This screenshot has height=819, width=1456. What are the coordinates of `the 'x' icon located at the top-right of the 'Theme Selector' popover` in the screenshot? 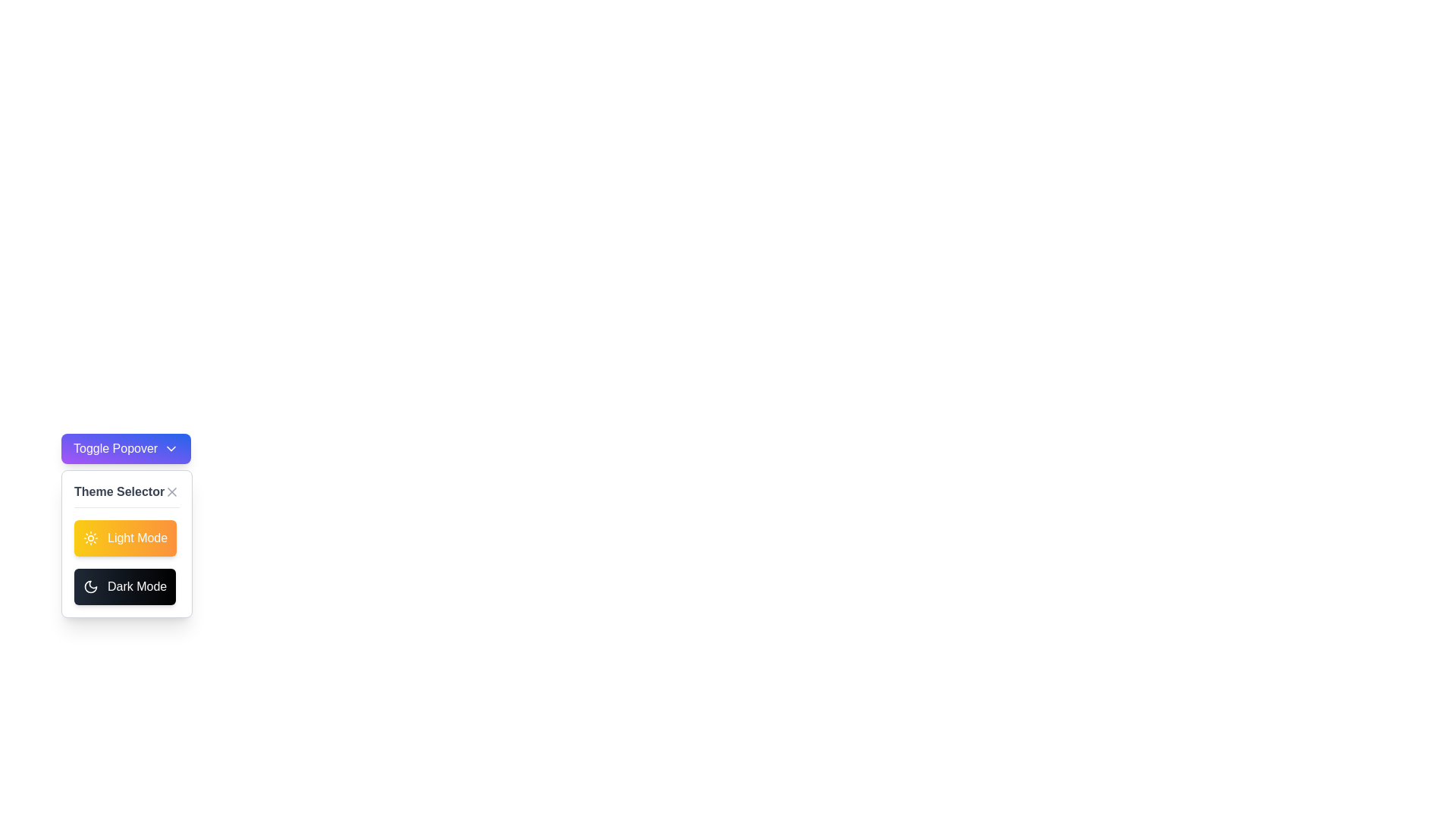 It's located at (172, 491).